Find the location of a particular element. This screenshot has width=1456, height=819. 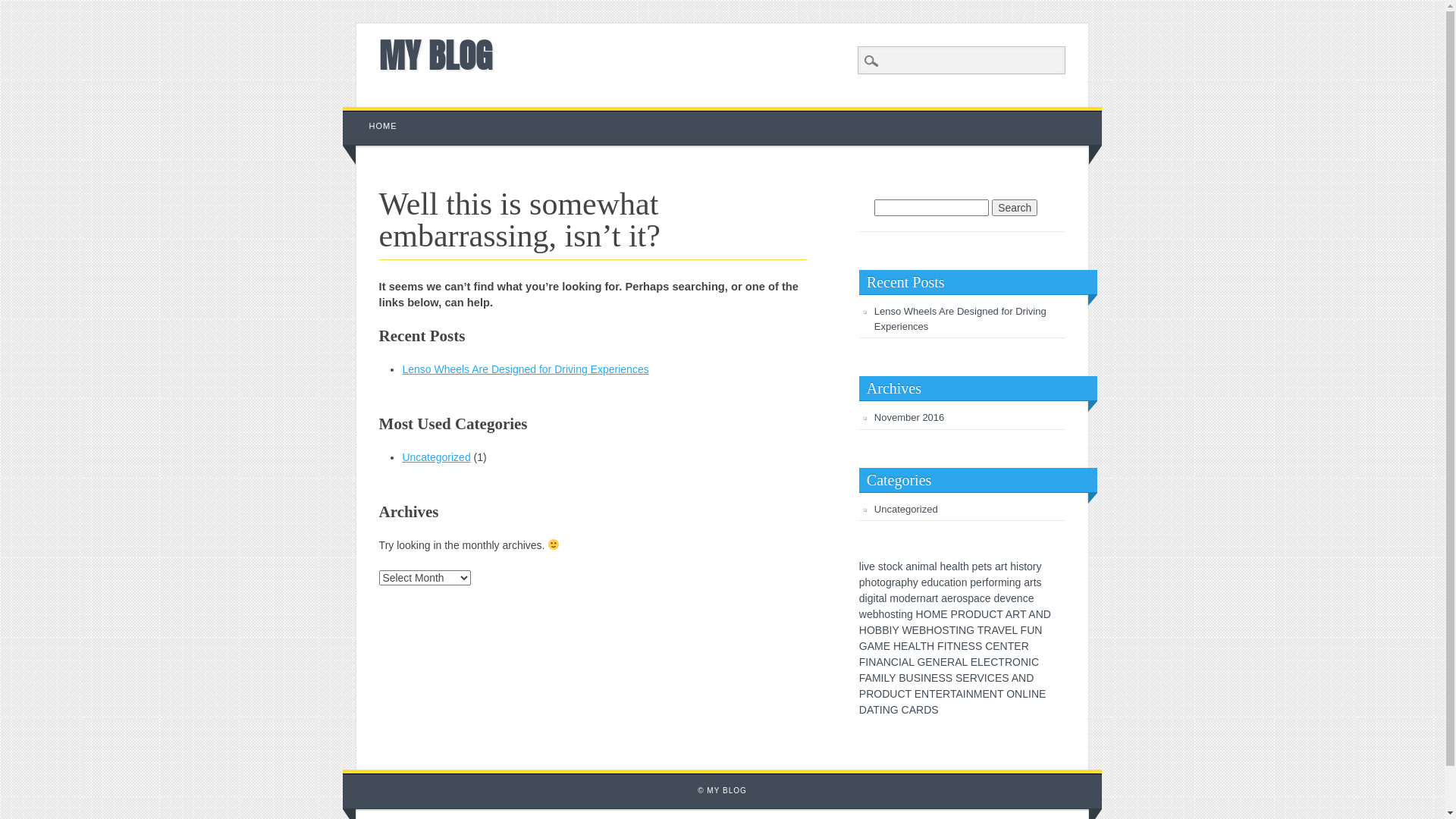

'g' is located at coordinates (1015, 581).